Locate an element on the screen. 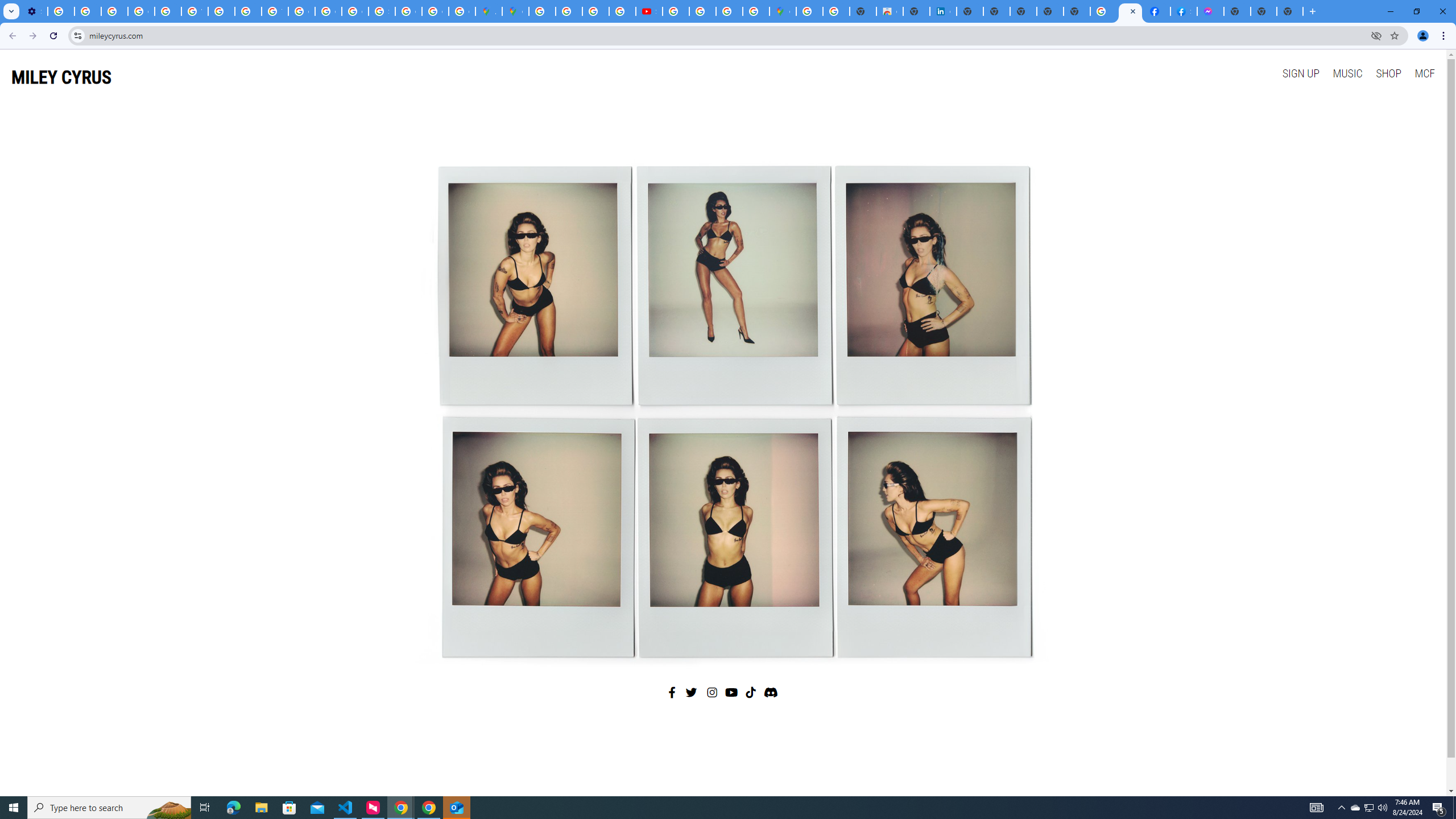  'Privacy Help Center - Policies Help' is located at coordinates (248, 11).